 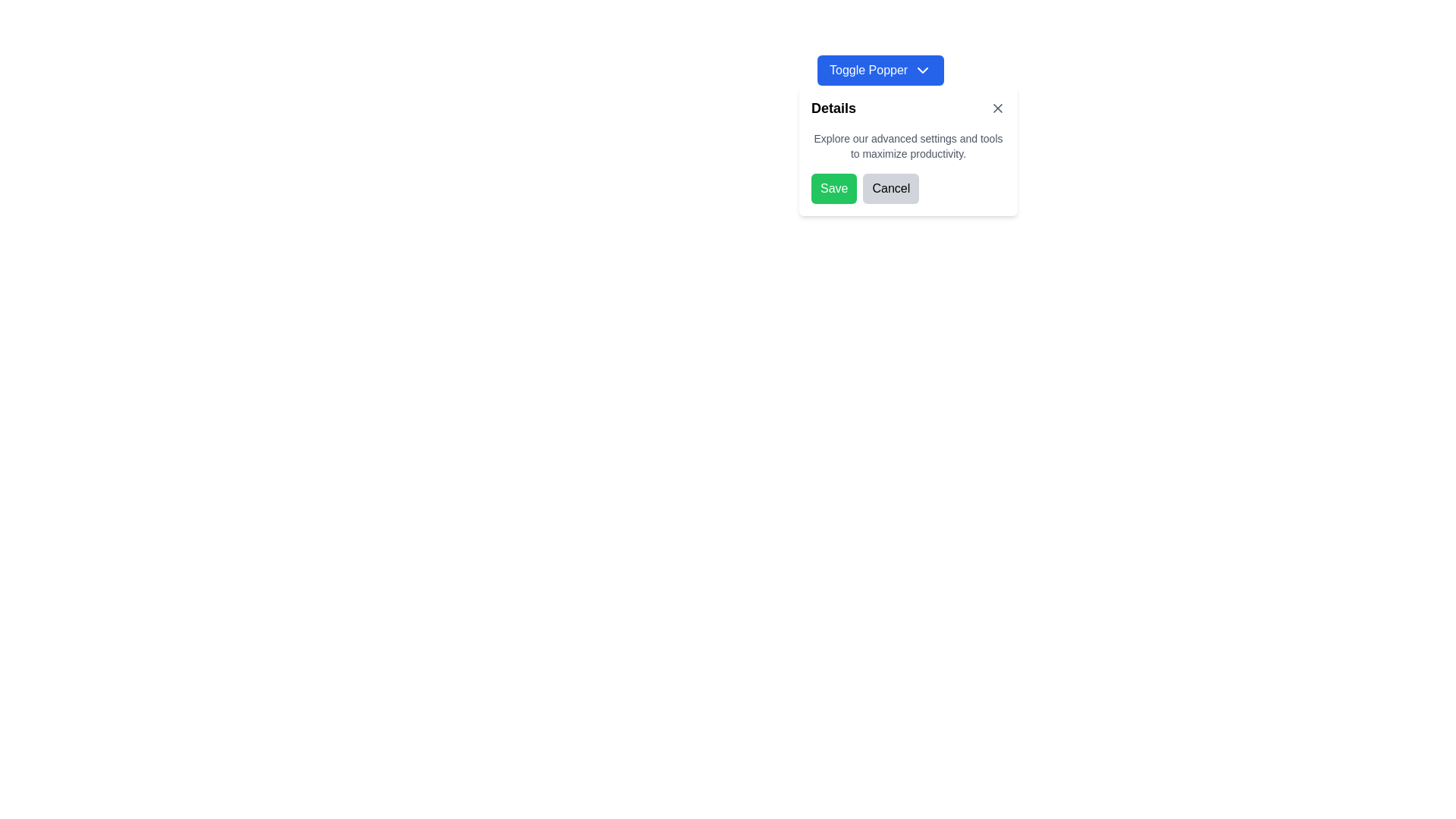 What do you see at coordinates (908, 146) in the screenshot?
I see `the text label that contains the content 'Explore our advanced settings and tools to maximize productivity.' which is styled in light gray font and positioned below the 'Details' header` at bounding box center [908, 146].